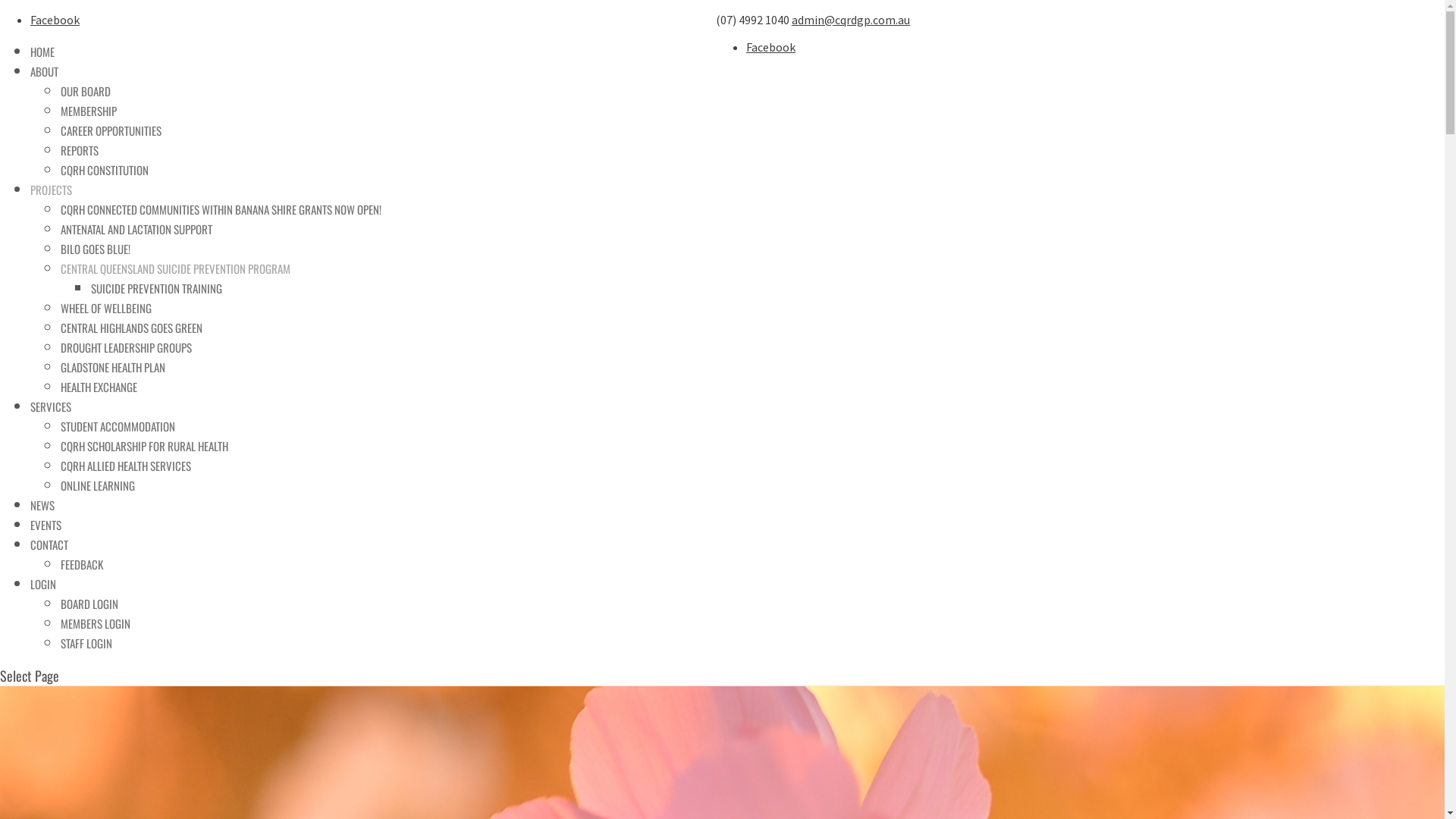 This screenshot has height=819, width=1456. I want to click on 'BOARD LOGIN', so click(89, 602).